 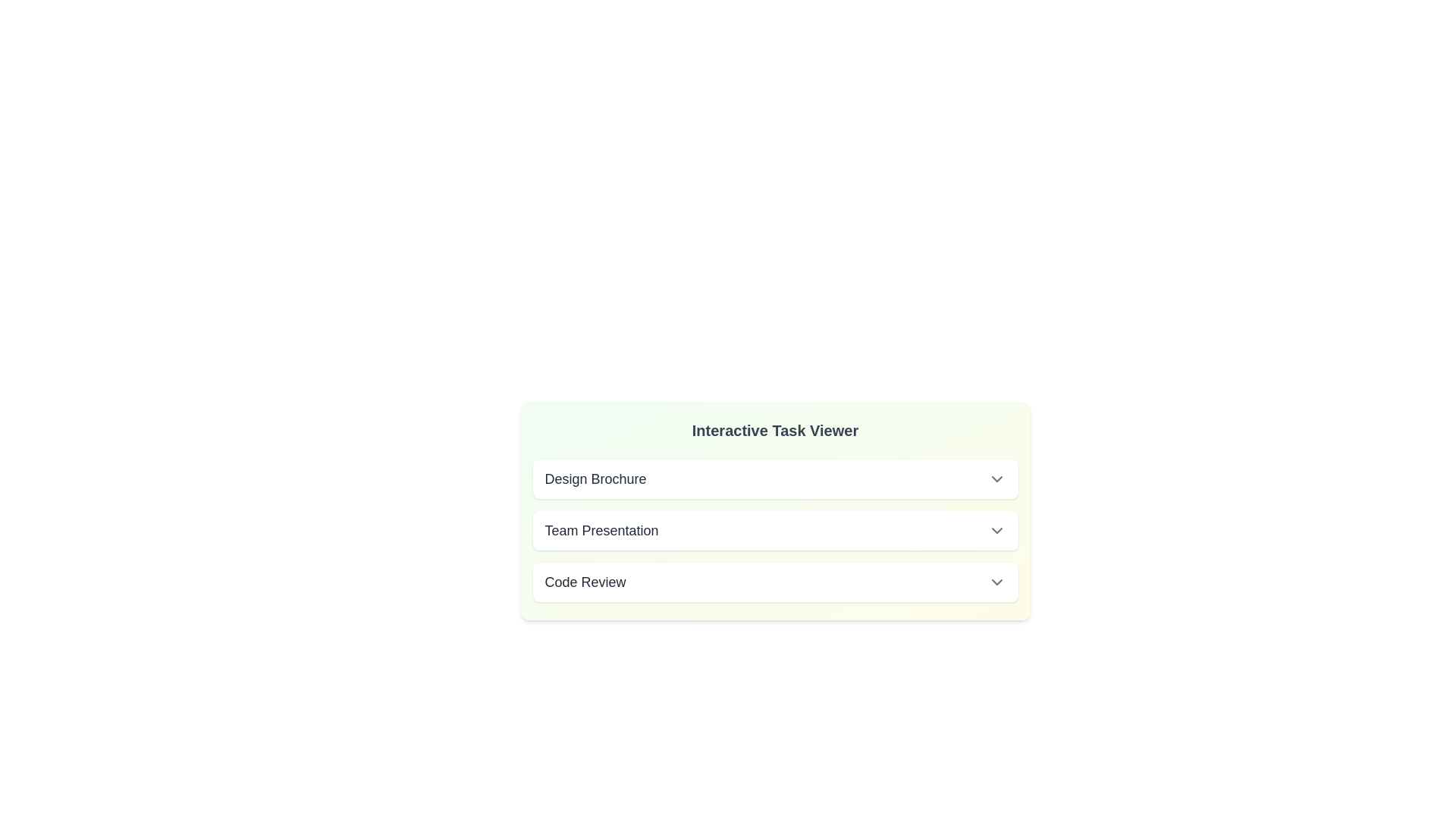 I want to click on the chevron icon of the task Code Review to toggle its details, so click(x=996, y=581).